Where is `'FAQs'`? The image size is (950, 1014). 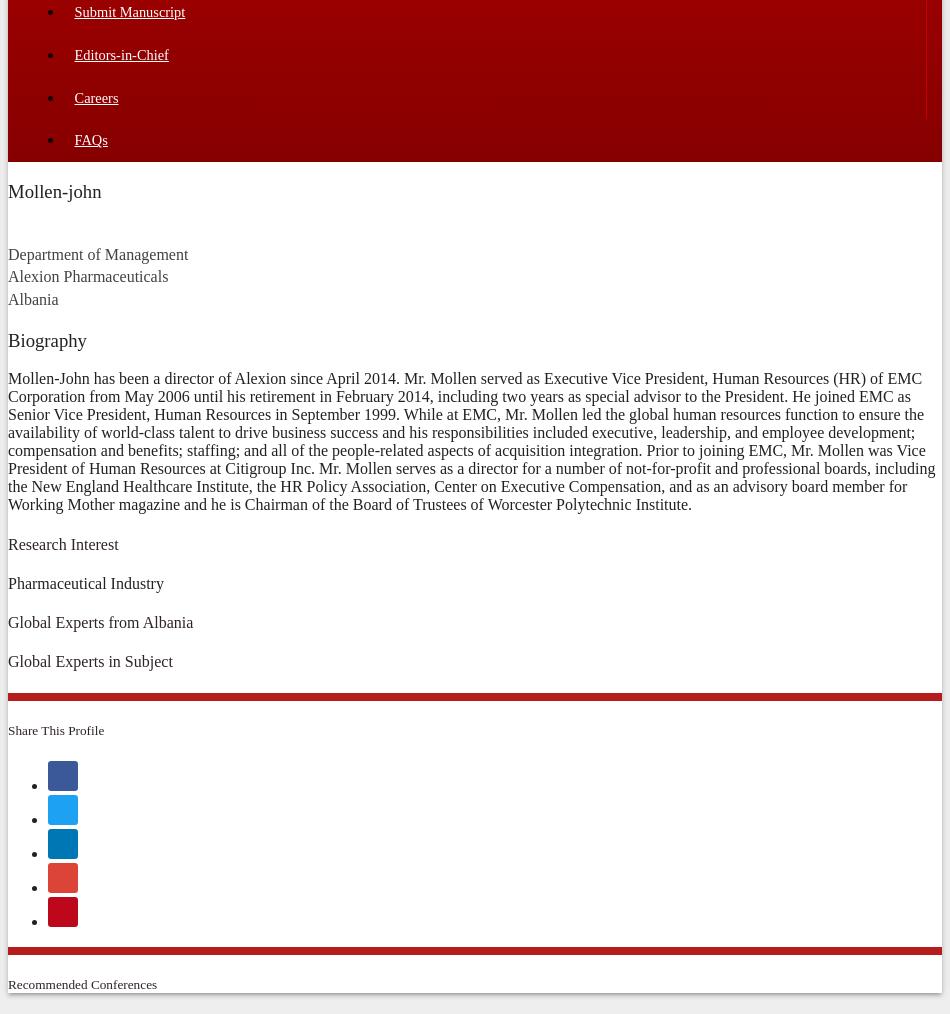 'FAQs' is located at coordinates (90, 140).